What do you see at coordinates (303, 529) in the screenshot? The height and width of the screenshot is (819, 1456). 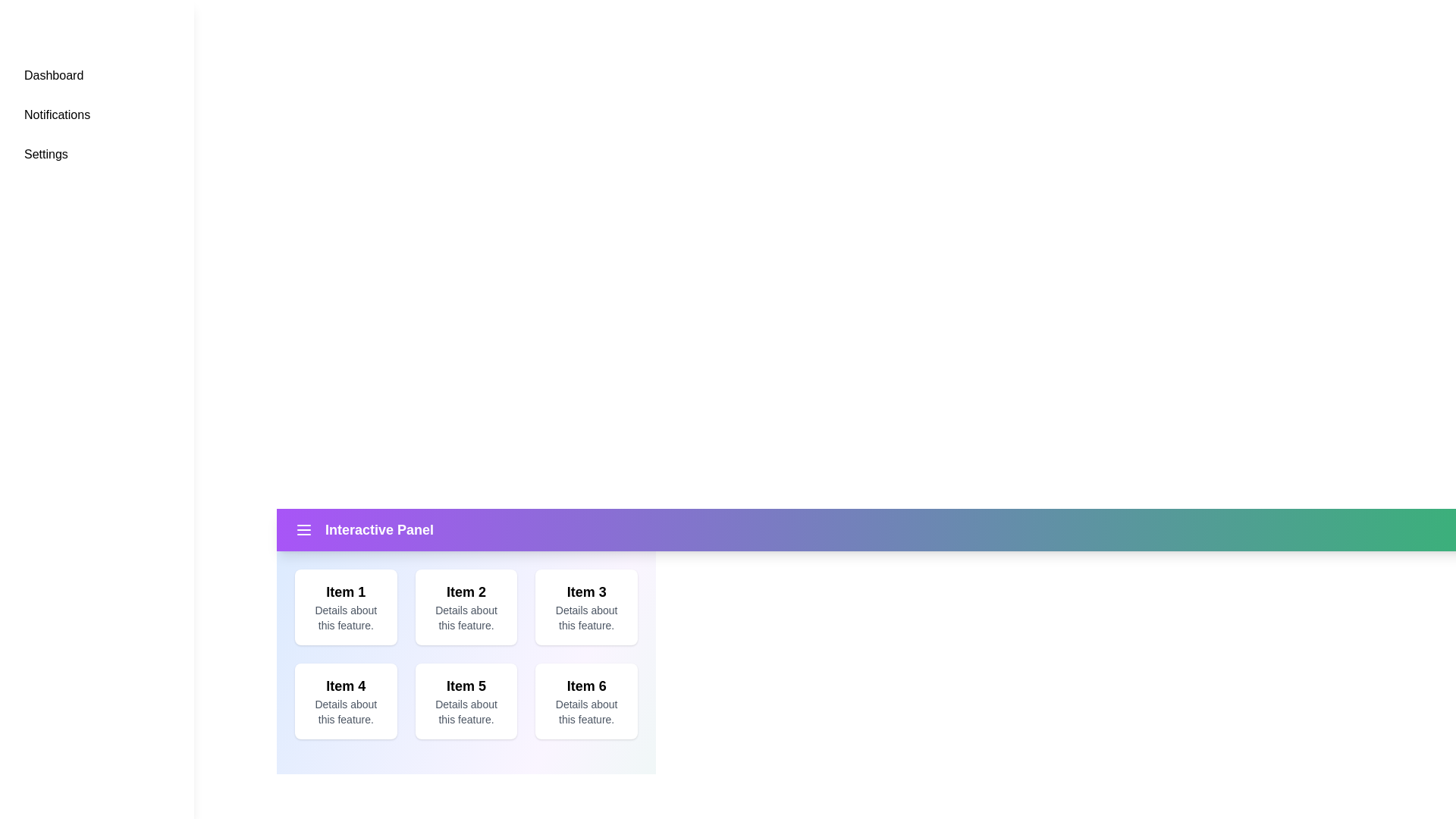 I see `the menu button located in the purple header of the Interactive Panel` at bounding box center [303, 529].